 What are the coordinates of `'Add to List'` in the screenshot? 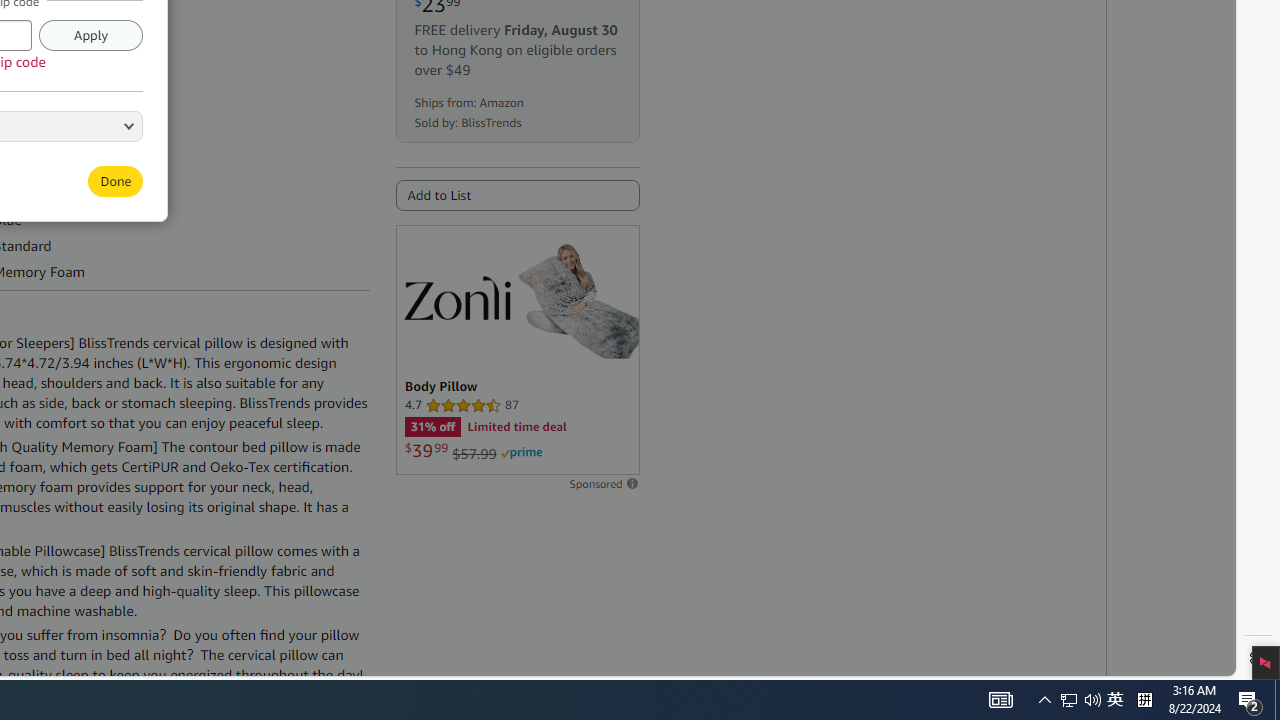 It's located at (517, 195).